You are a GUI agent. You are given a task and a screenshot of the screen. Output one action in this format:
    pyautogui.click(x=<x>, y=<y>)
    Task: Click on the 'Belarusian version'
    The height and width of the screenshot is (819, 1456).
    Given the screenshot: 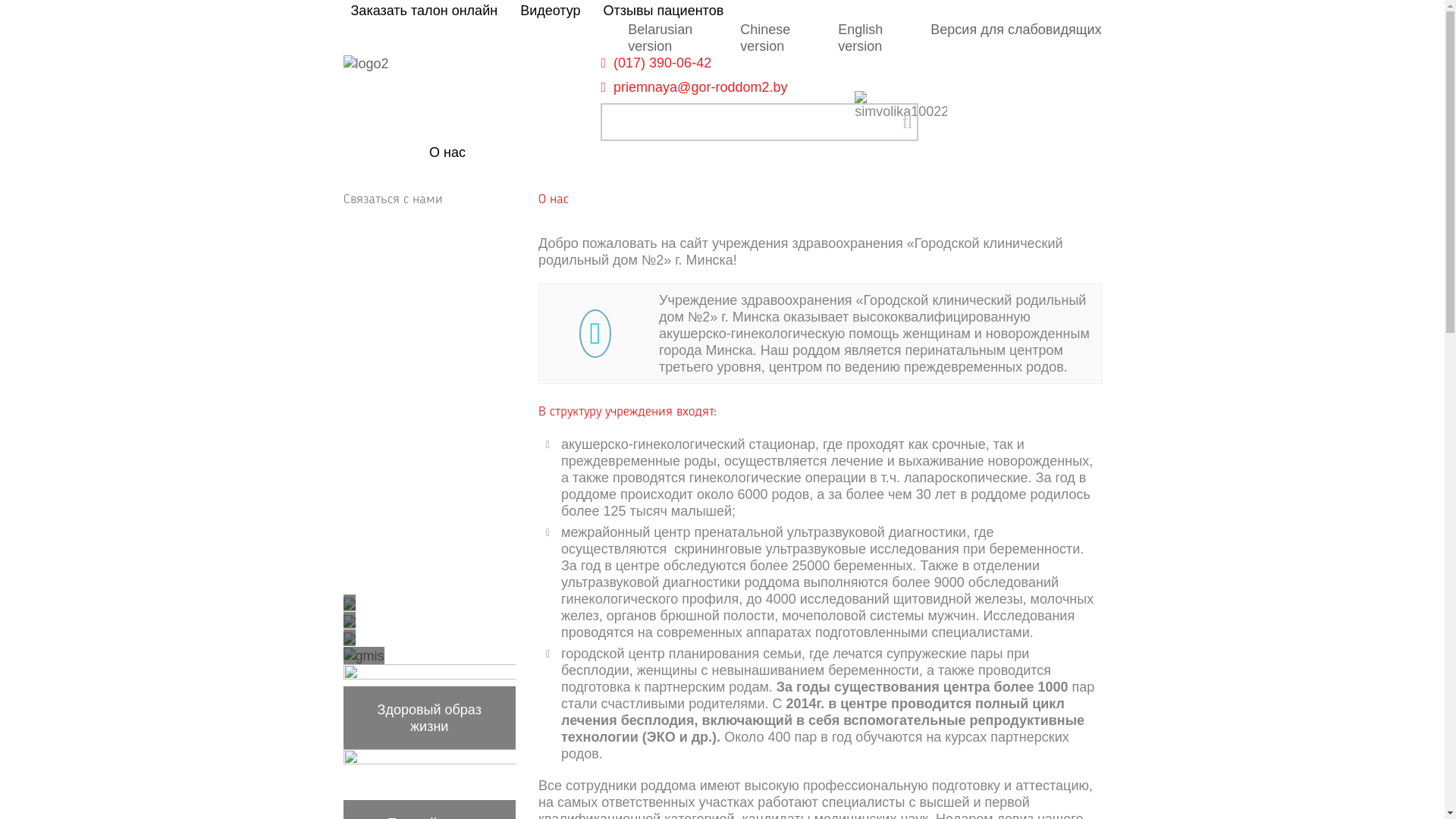 What is the action you would take?
    pyautogui.click(x=660, y=37)
    